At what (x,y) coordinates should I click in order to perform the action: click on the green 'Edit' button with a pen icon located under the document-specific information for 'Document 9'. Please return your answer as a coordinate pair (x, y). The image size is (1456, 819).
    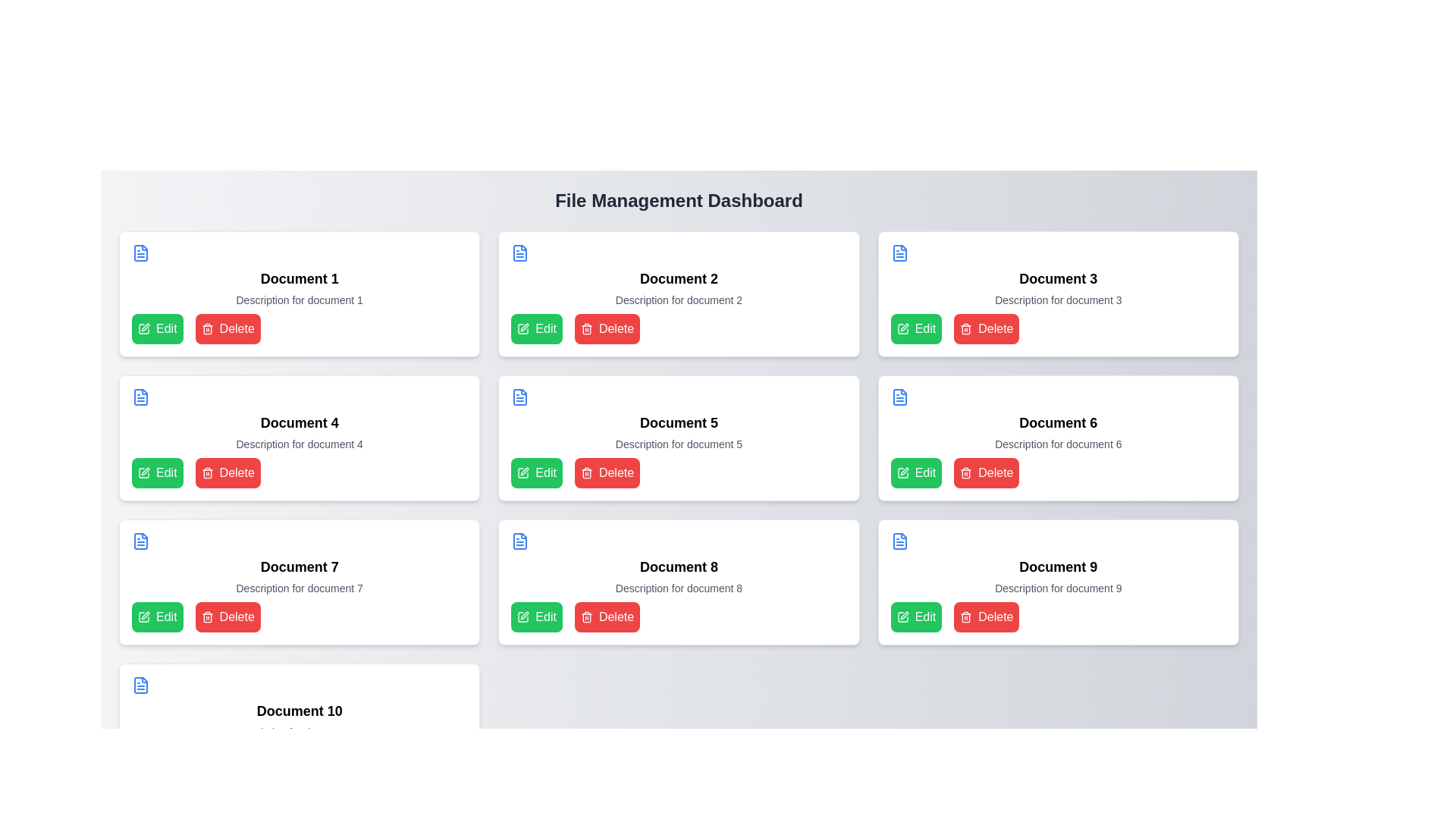
    Looking at the image, I should click on (915, 617).